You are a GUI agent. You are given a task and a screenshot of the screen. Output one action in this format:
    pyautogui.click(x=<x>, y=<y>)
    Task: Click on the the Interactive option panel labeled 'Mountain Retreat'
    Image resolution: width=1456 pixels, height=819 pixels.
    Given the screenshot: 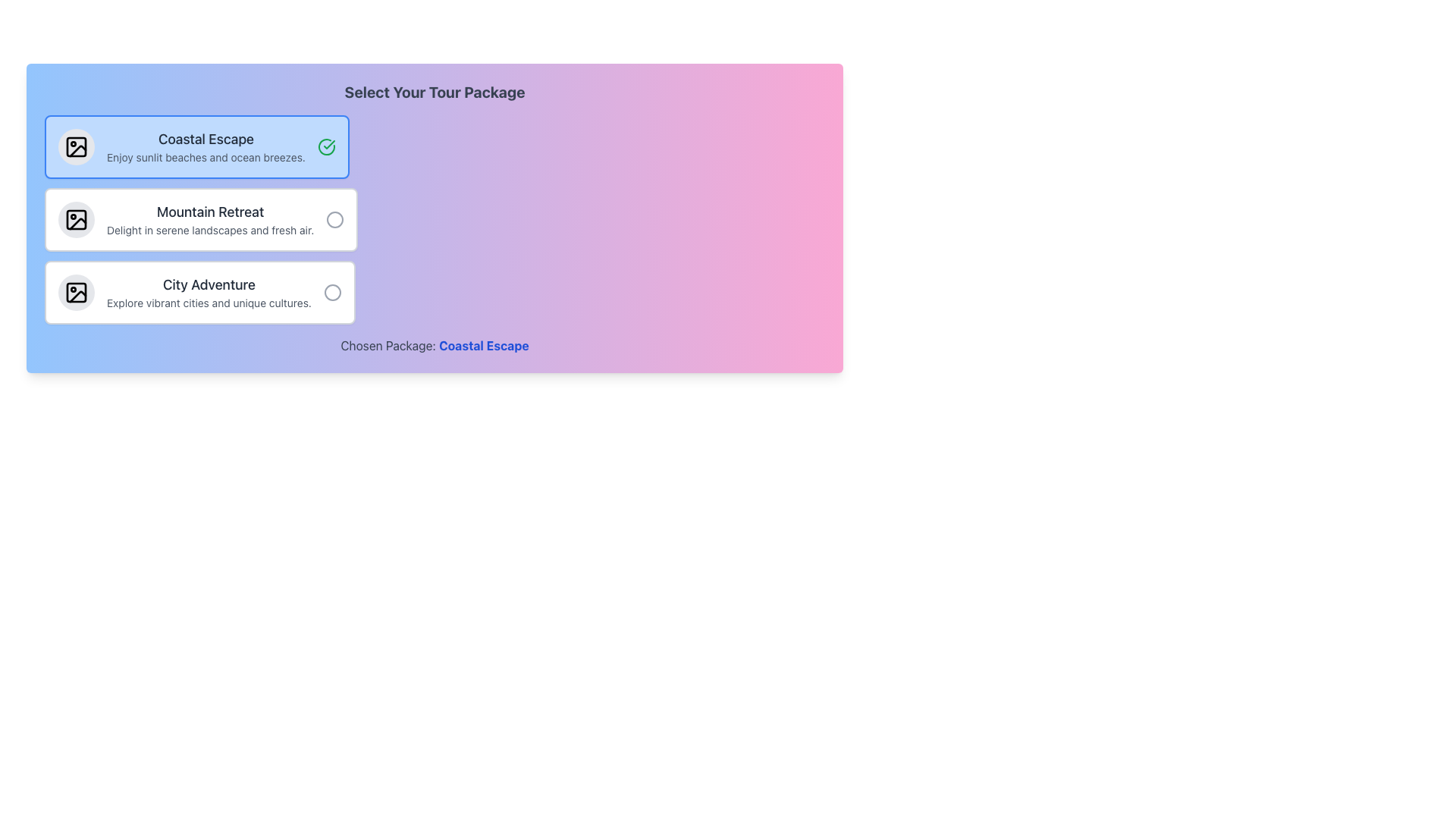 What is the action you would take?
    pyautogui.click(x=200, y=219)
    